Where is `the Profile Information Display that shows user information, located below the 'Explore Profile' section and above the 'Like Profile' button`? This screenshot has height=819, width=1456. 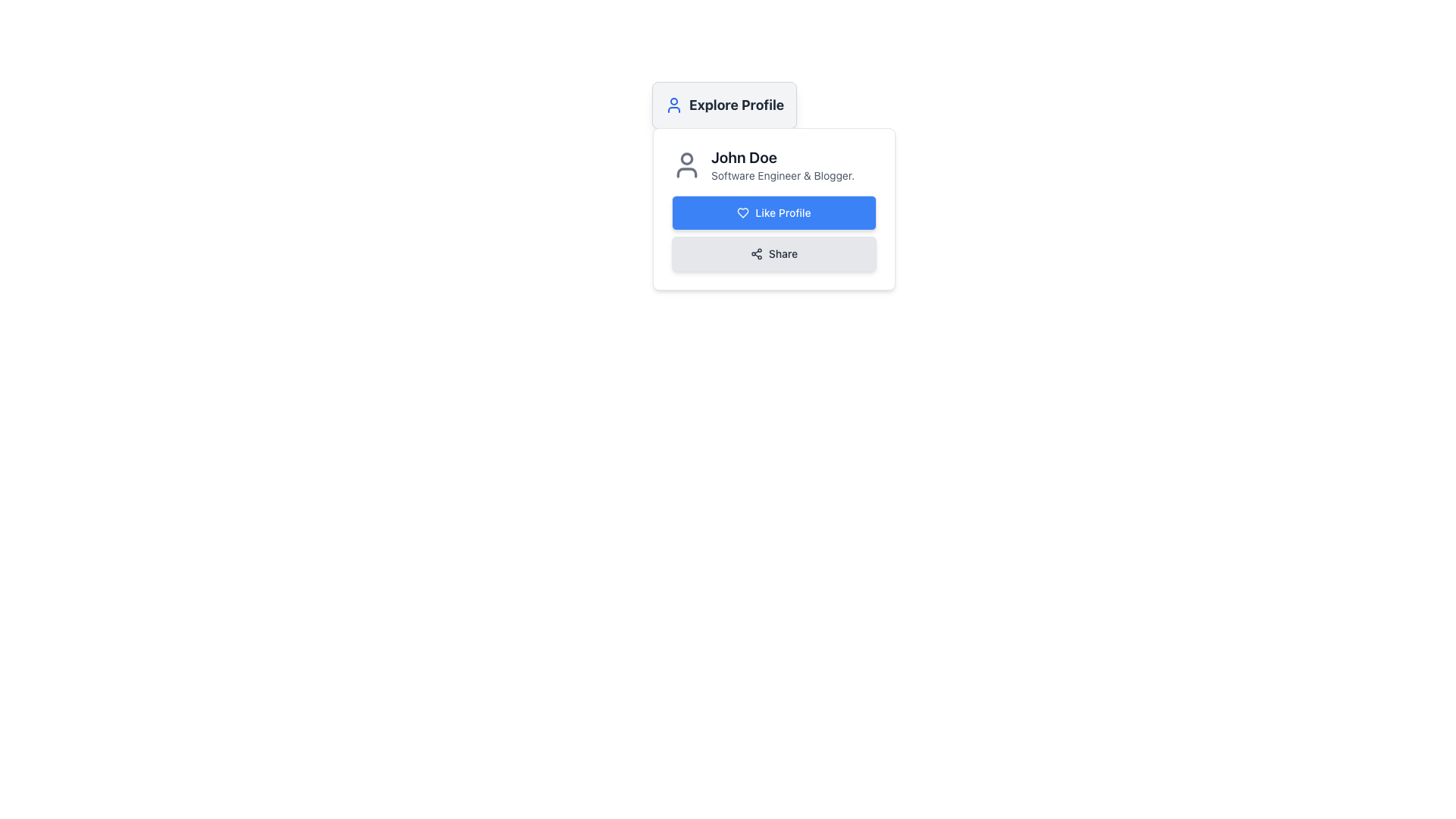
the Profile Information Display that shows user information, located below the 'Explore Profile' section and above the 'Like Profile' button is located at coordinates (773, 165).